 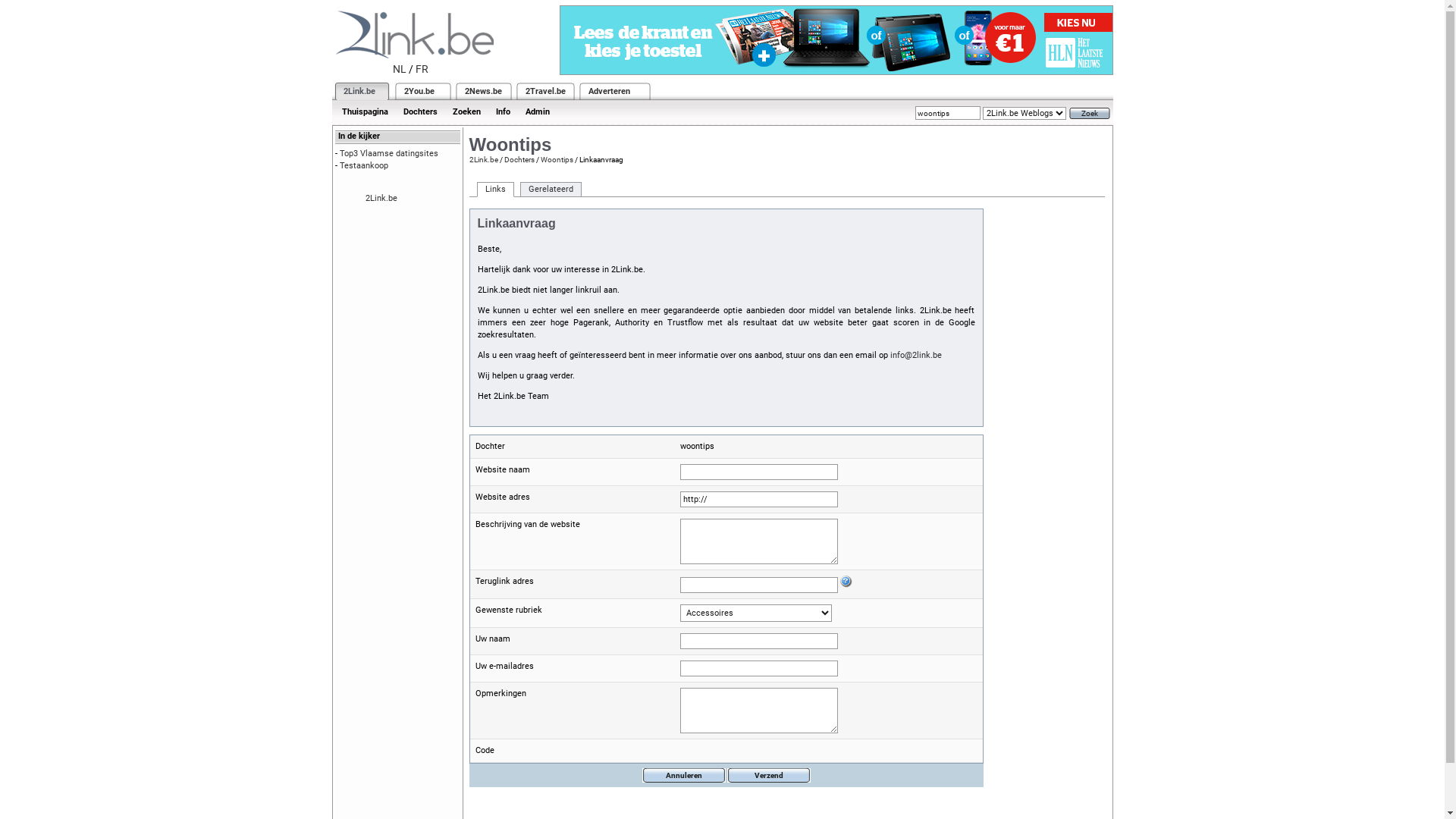 What do you see at coordinates (1088, 112) in the screenshot?
I see `'Zoek'` at bounding box center [1088, 112].